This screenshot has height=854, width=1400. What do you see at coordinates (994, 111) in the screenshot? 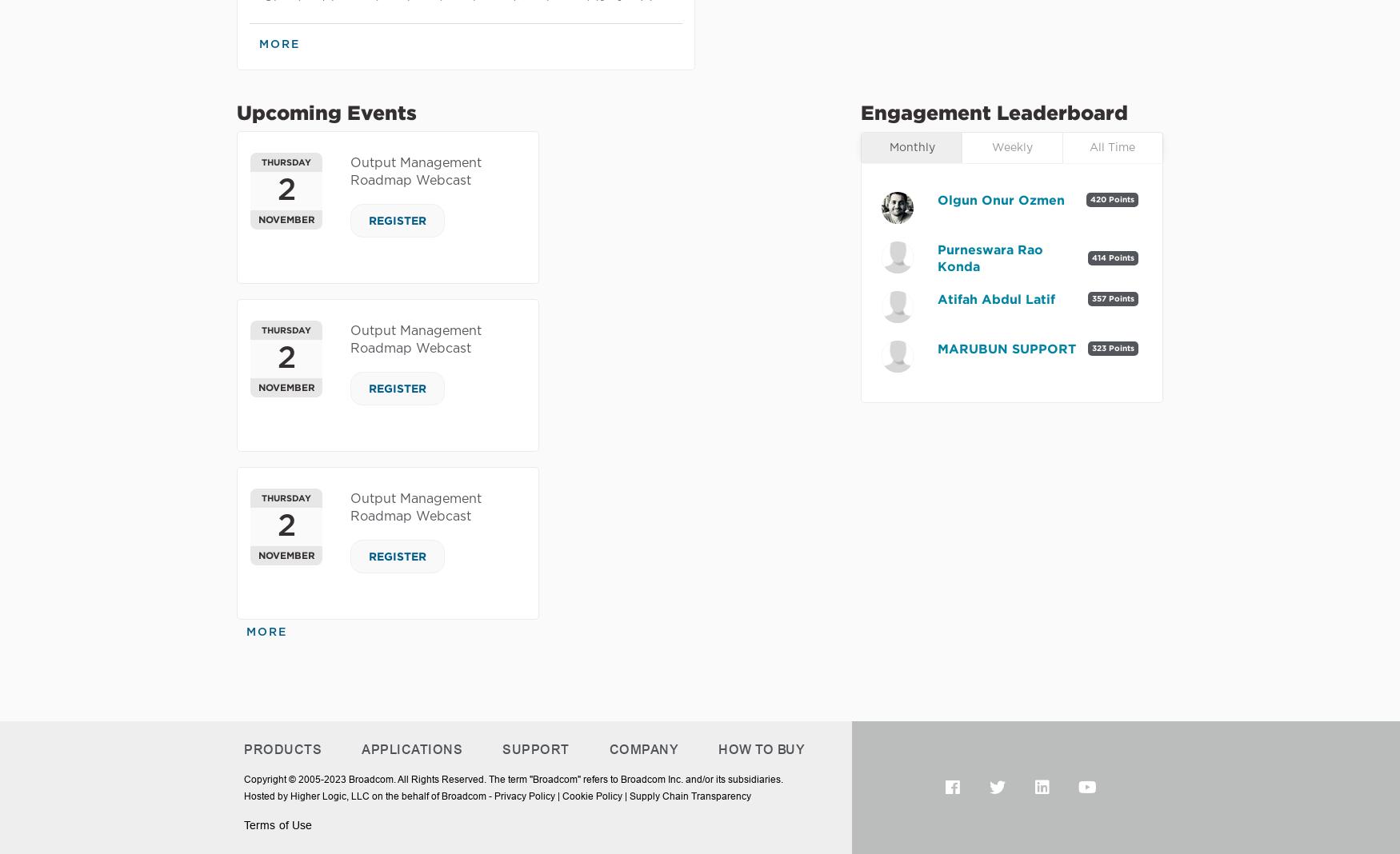
I see `'Engagement Leaderboard'` at bounding box center [994, 111].